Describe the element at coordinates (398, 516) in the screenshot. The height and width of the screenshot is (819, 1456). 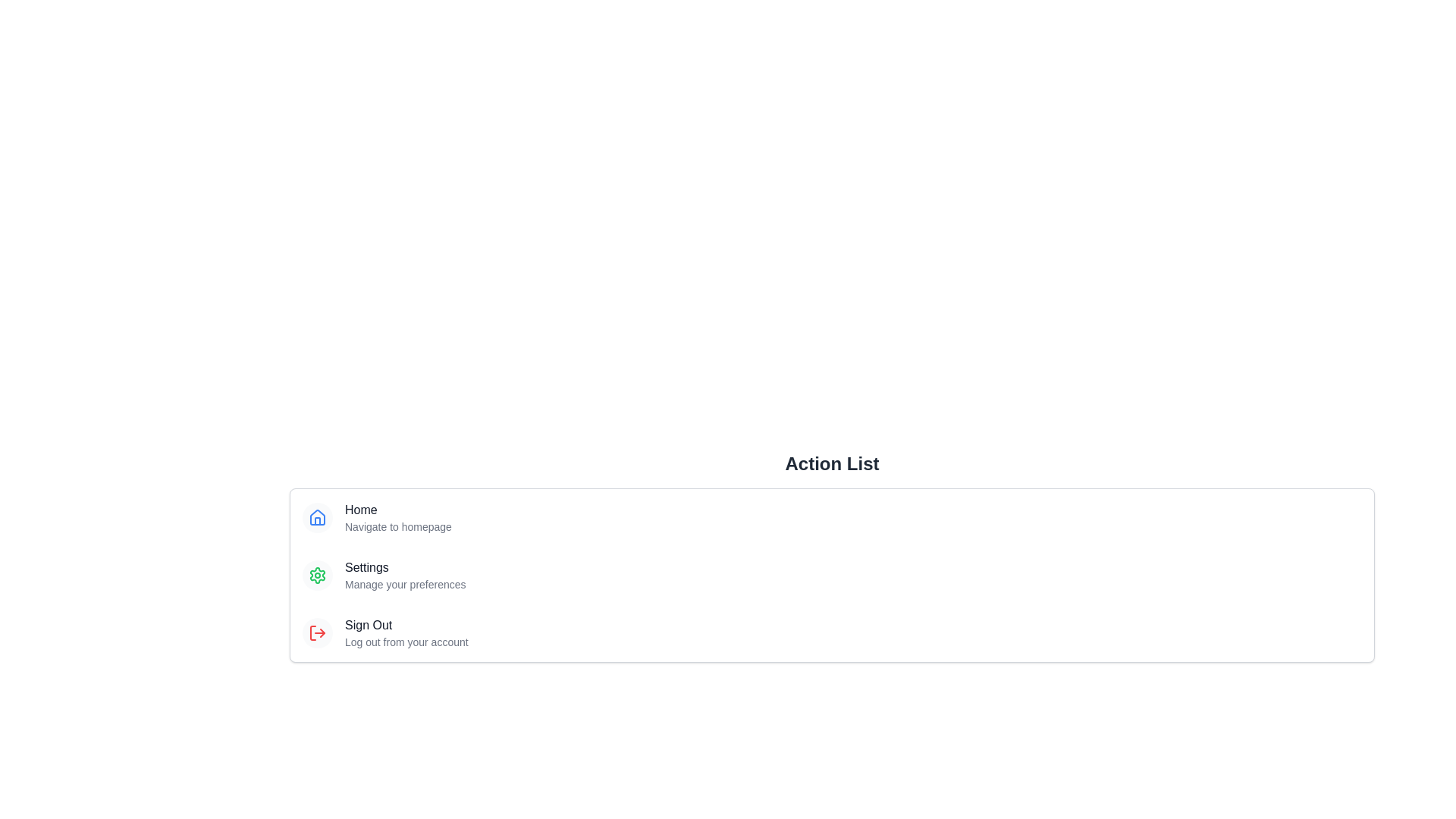
I see `the text block containing the title 'Home' and subtitle 'Navigate to homepage', which is located under the 'Action List' section and aligned with a blue house icon` at that location.